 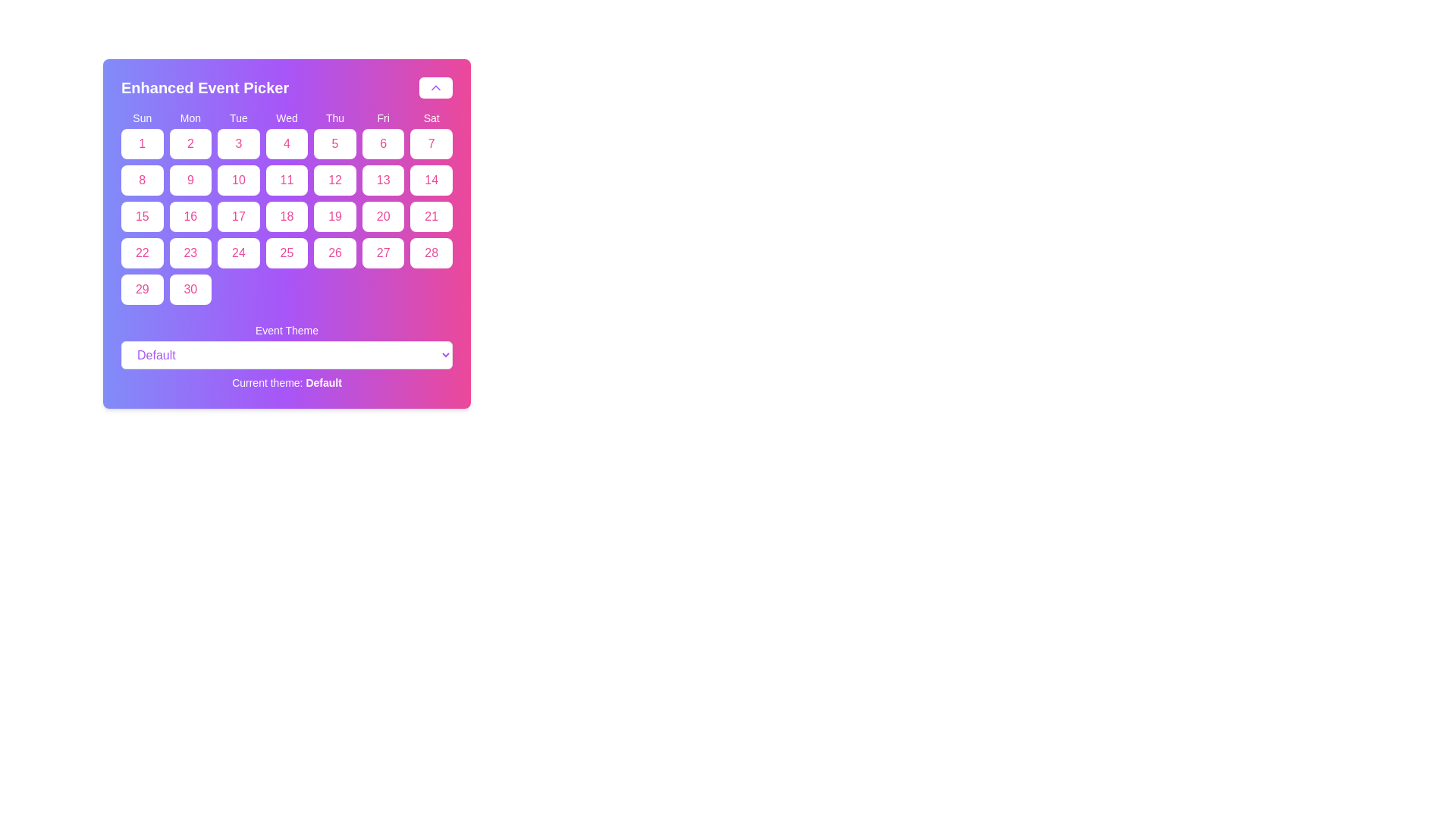 What do you see at coordinates (431, 143) in the screenshot?
I see `the button representing the date '7' in the calendar interface` at bounding box center [431, 143].